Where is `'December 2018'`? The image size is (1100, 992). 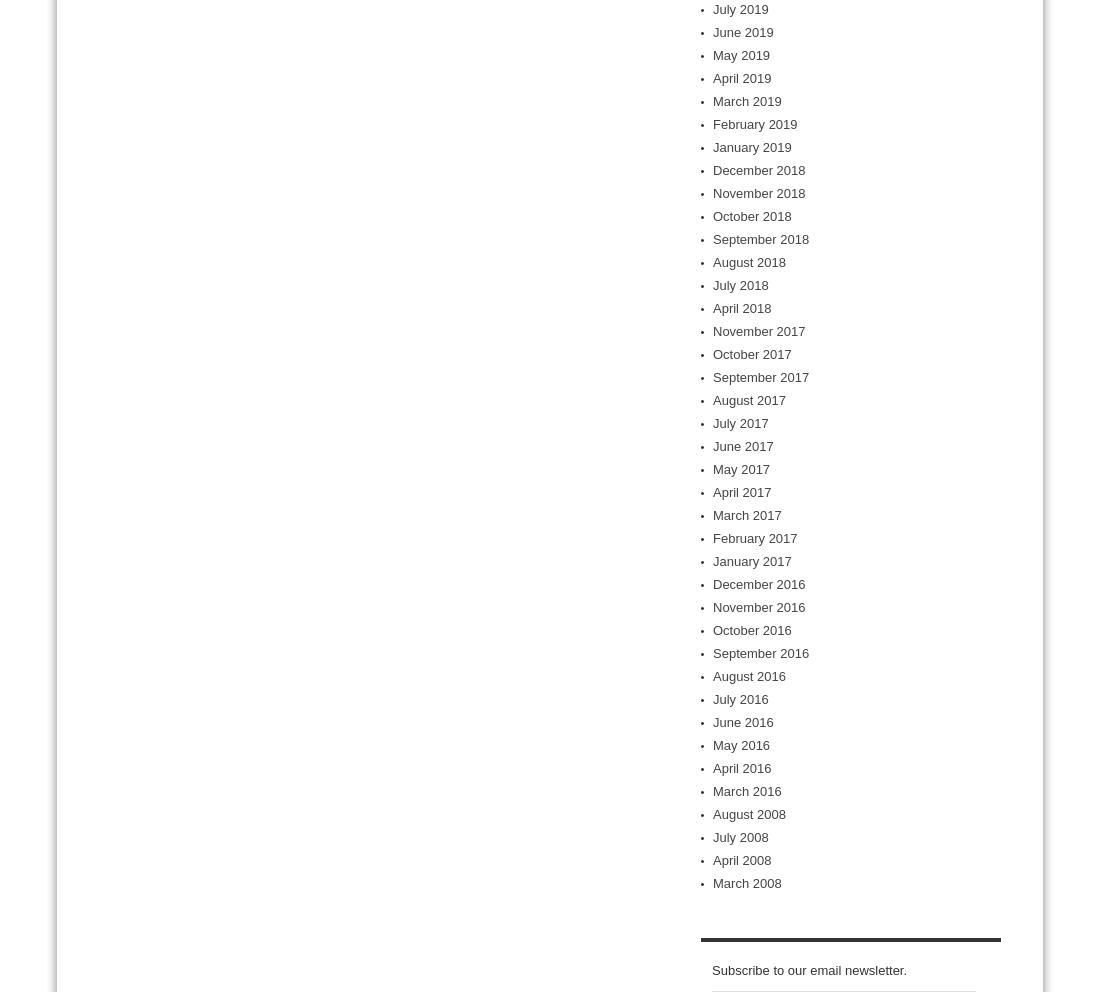 'December 2018' is located at coordinates (758, 169).